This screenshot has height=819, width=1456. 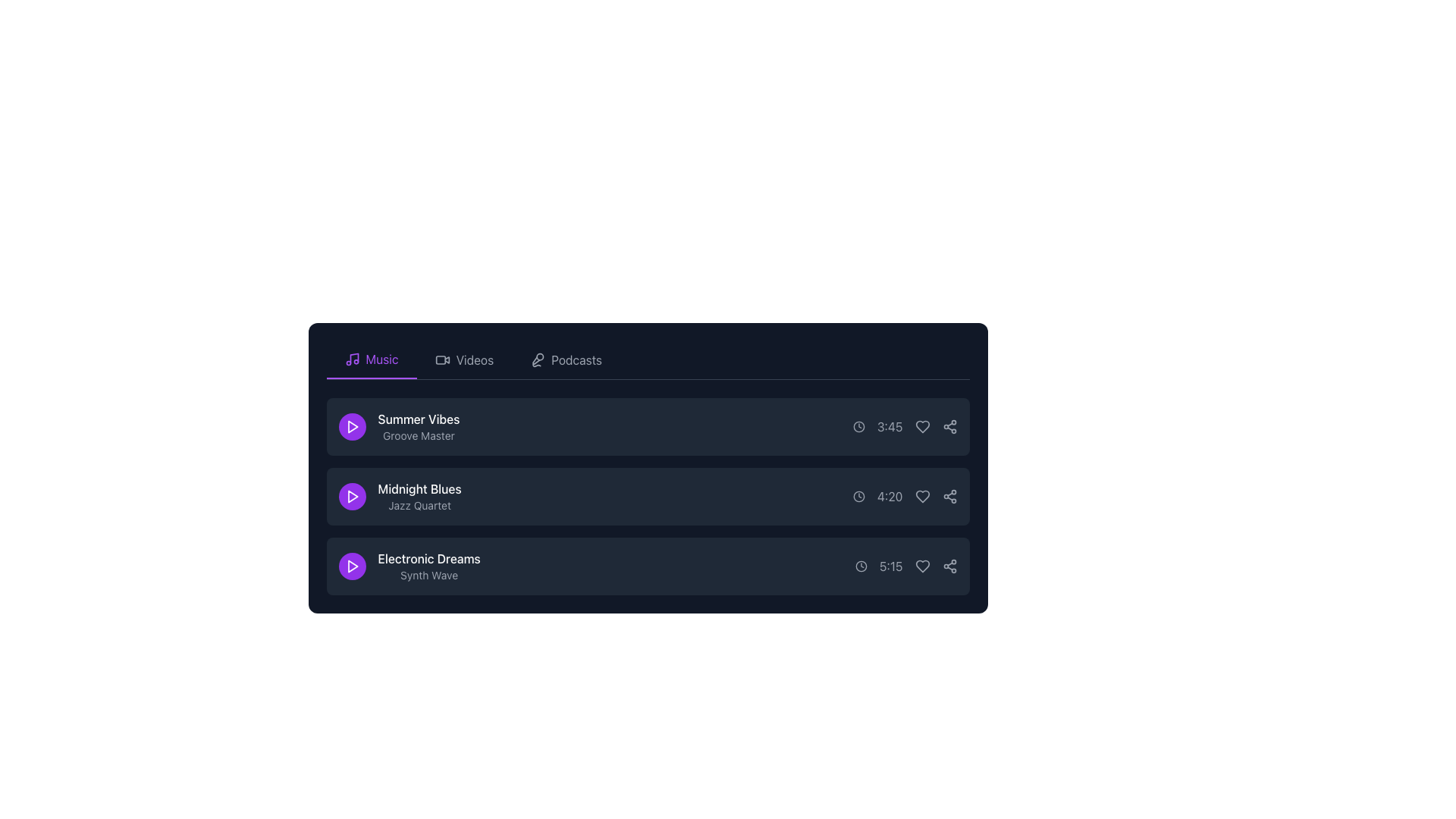 I want to click on the circular purple button with a white triangular play icon to trigger the hover effect, so click(x=351, y=427).